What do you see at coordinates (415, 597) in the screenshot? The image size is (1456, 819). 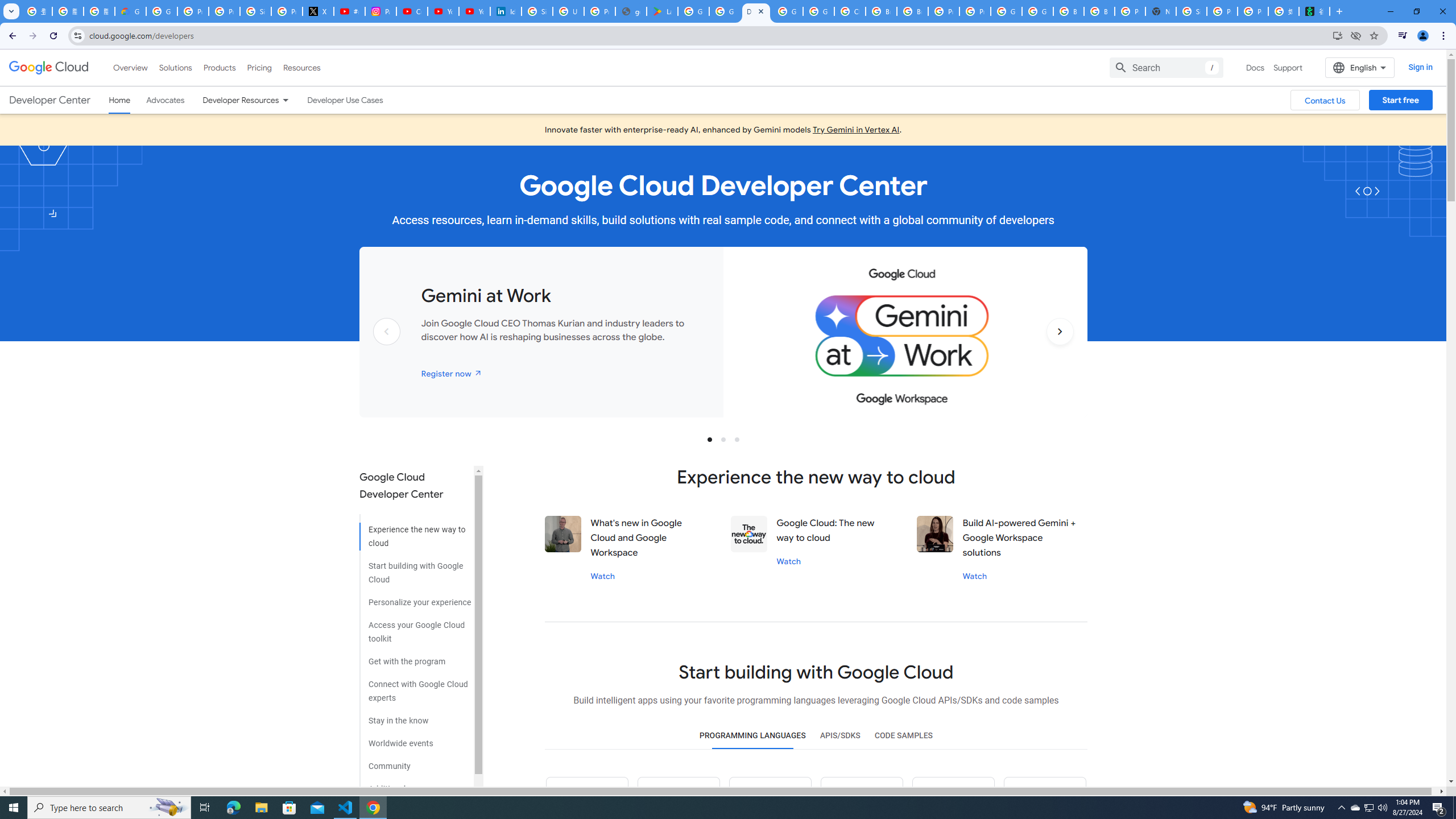 I see `'Personalize your experience'` at bounding box center [415, 597].